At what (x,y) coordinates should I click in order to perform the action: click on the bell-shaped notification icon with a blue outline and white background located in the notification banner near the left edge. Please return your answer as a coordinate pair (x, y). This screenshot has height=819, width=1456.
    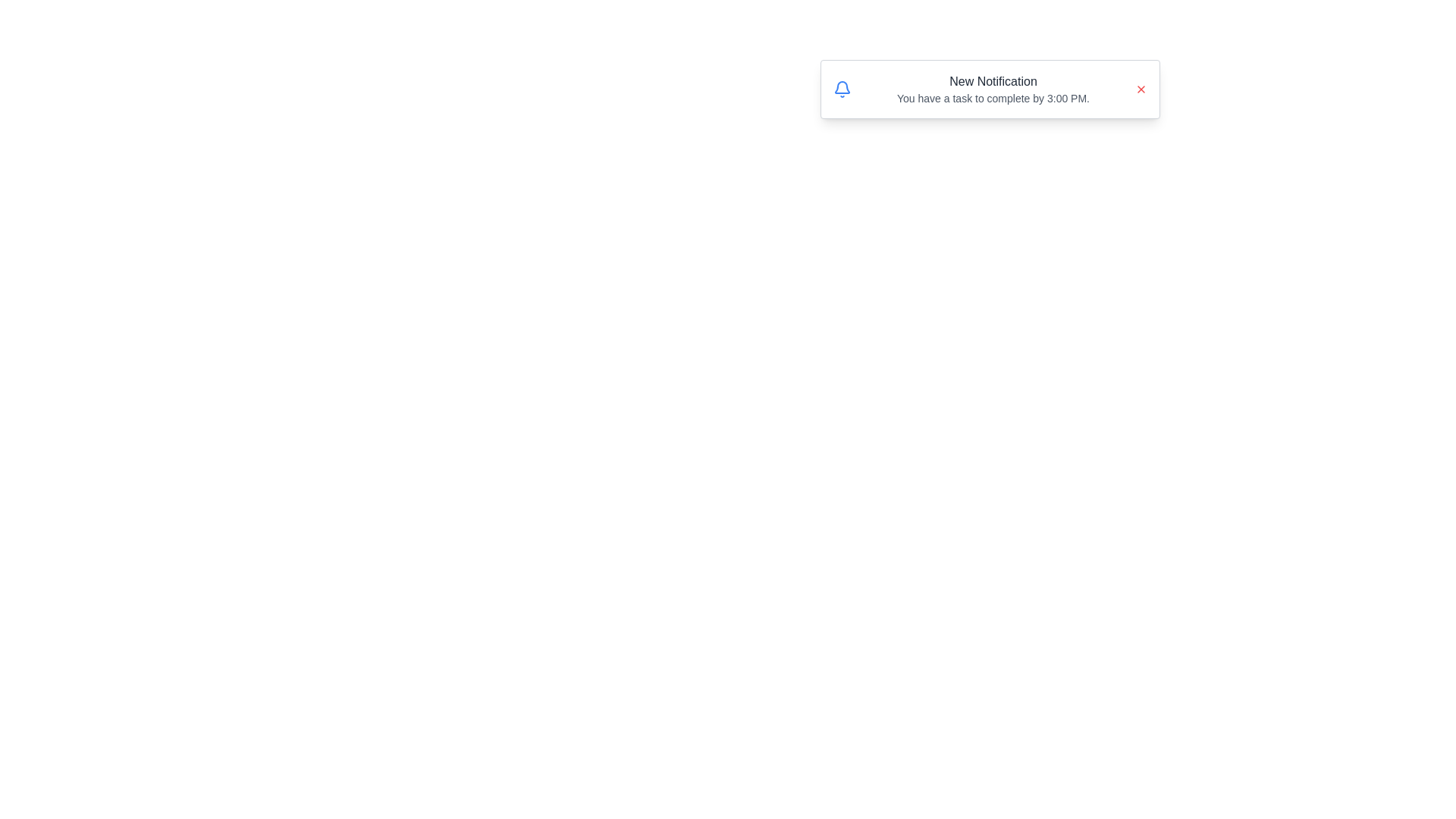
    Looking at the image, I should click on (841, 87).